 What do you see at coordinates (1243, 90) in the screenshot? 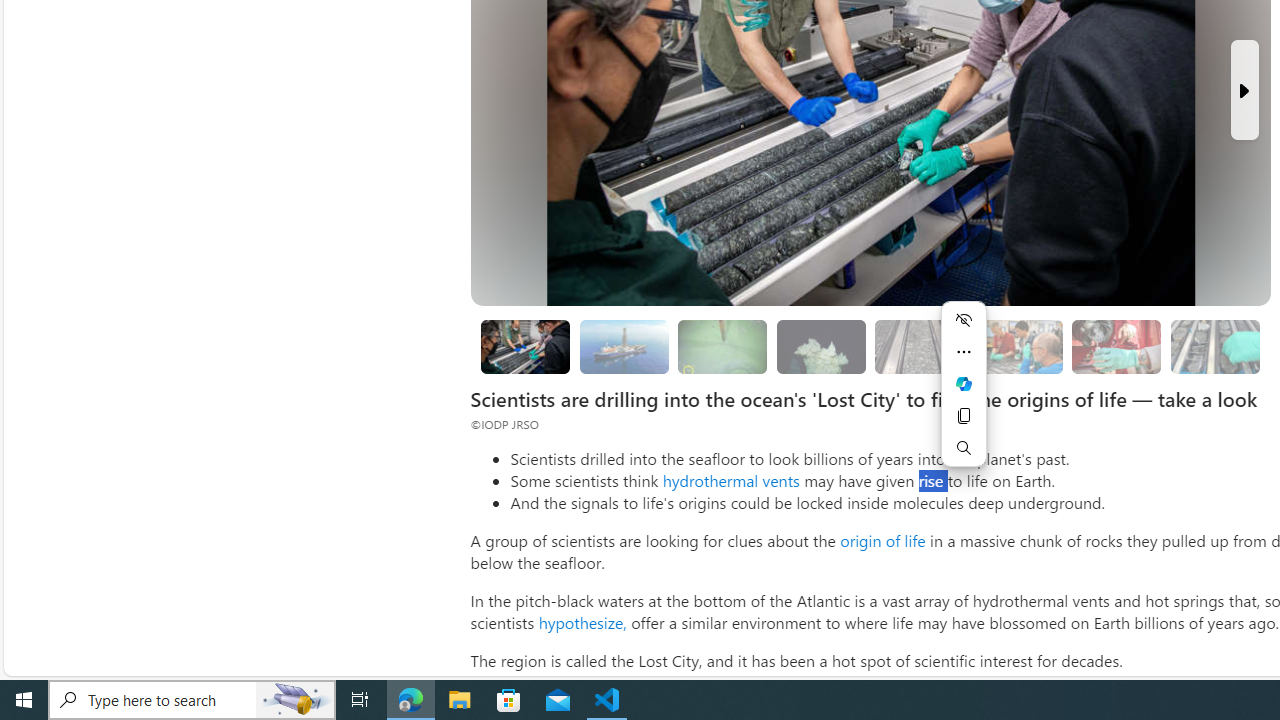
I see `'Next Slide'` at bounding box center [1243, 90].